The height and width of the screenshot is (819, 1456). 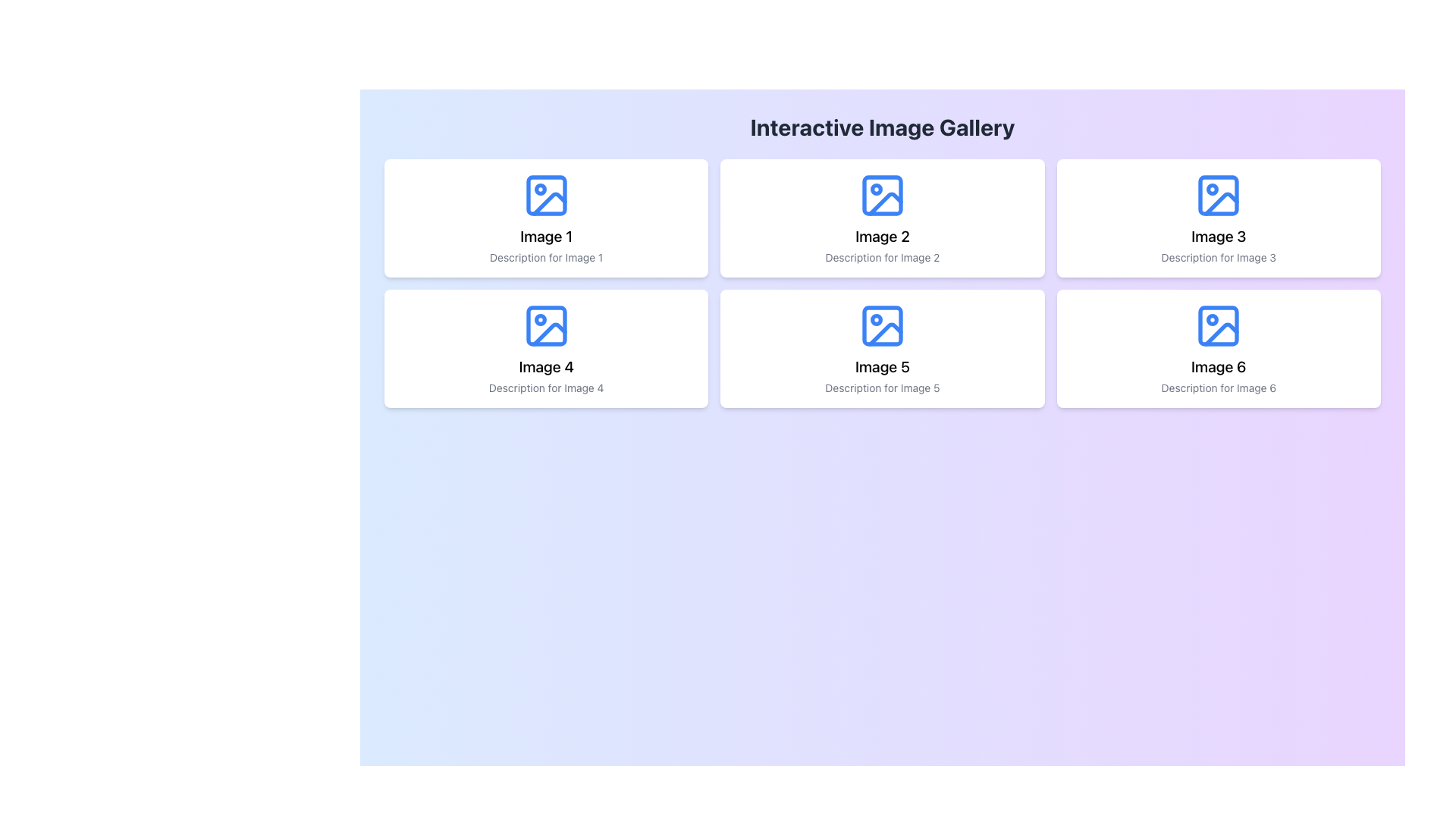 I want to click on the decorative icon representing the image or media content located at the top center of the 'Image 1' card, so click(x=546, y=195).